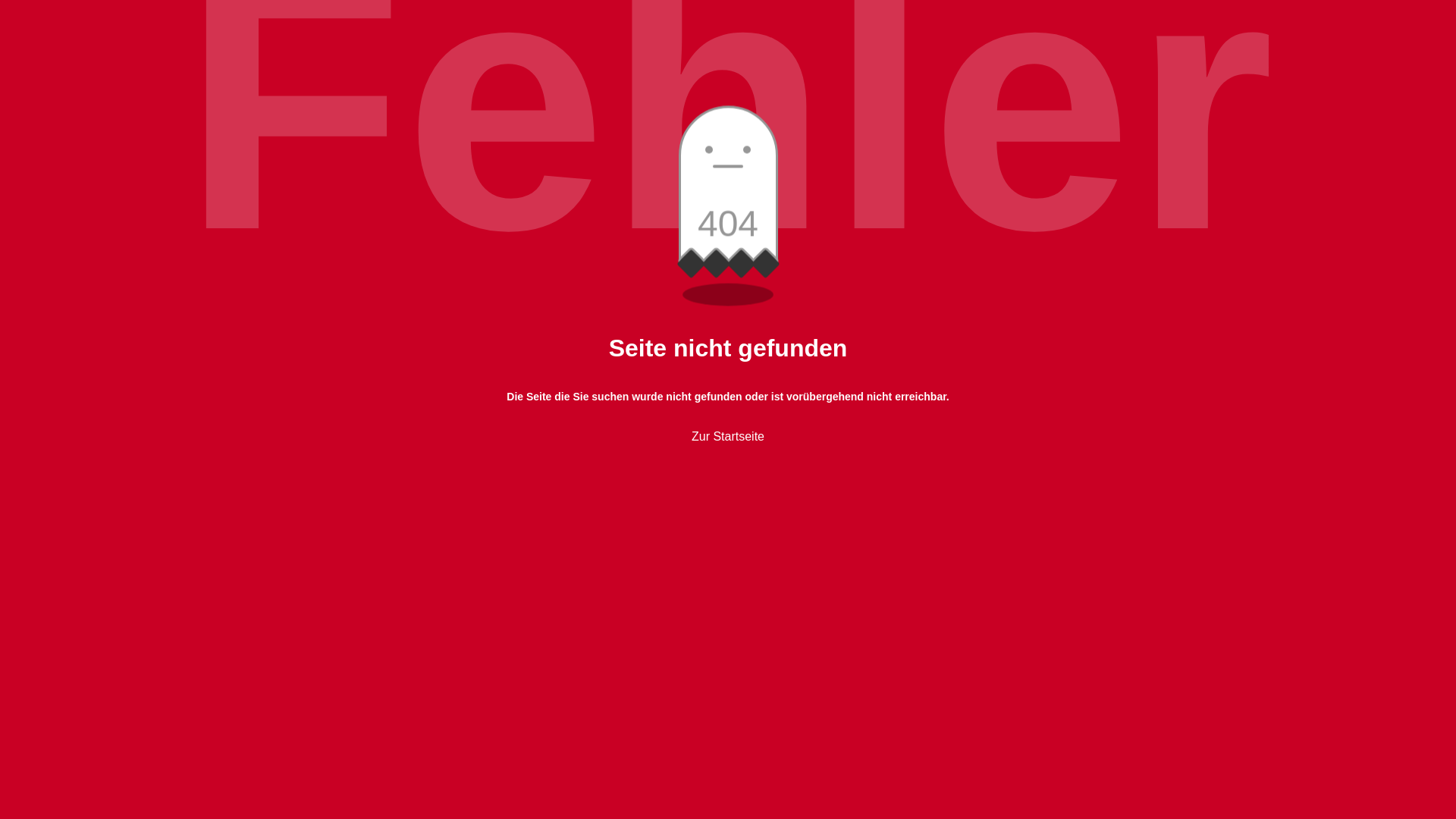  What do you see at coordinates (691, 436) in the screenshot?
I see `'Zur Startseite'` at bounding box center [691, 436].